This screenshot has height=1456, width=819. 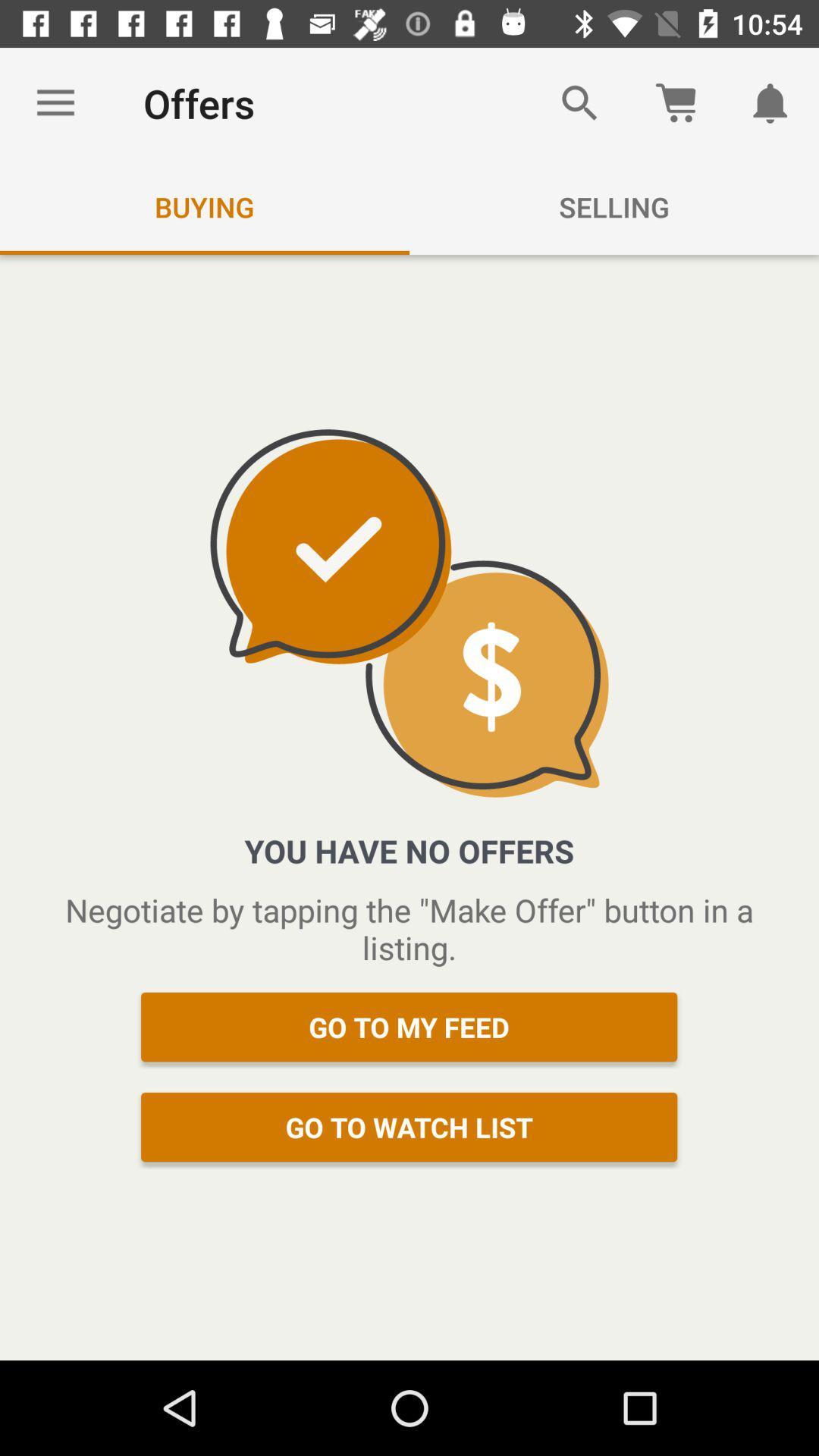 I want to click on item next to the offers, so click(x=55, y=102).